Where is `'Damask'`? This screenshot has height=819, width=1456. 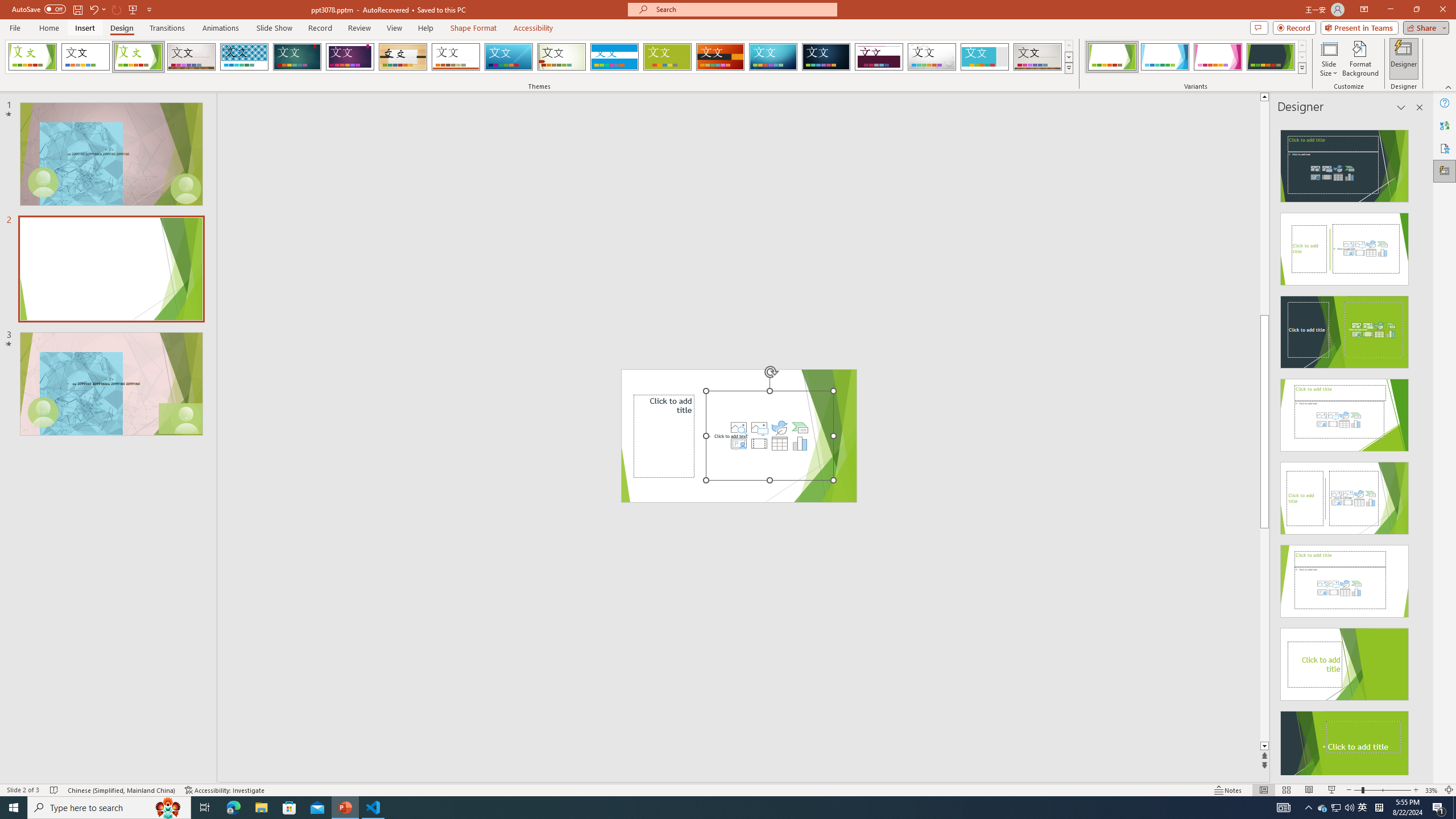 'Damask' is located at coordinates (825, 56).